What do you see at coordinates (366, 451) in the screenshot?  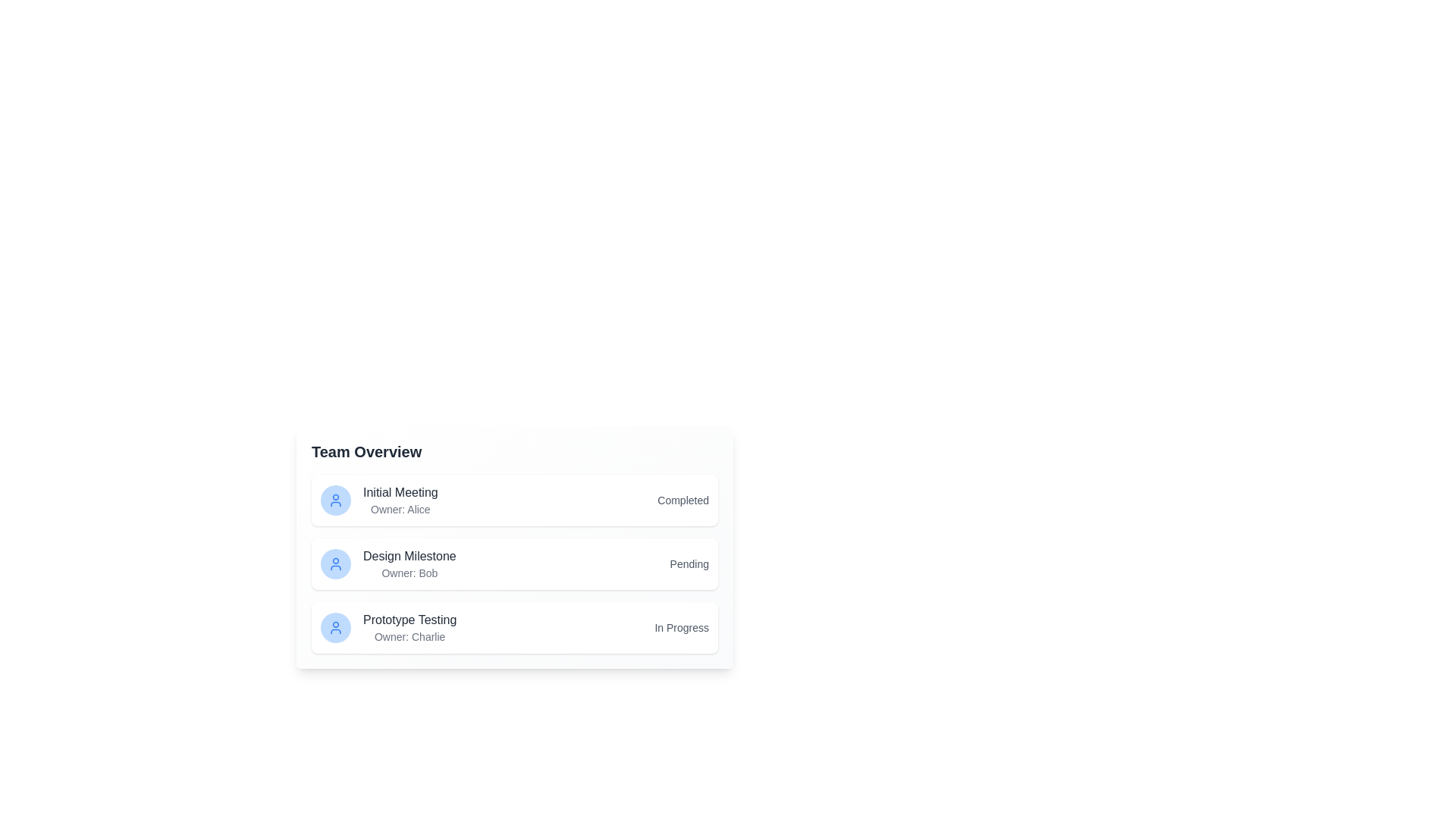 I see `the title text element located at the top-left corner of the card-like section, which serves as the heading for the meeting details` at bounding box center [366, 451].